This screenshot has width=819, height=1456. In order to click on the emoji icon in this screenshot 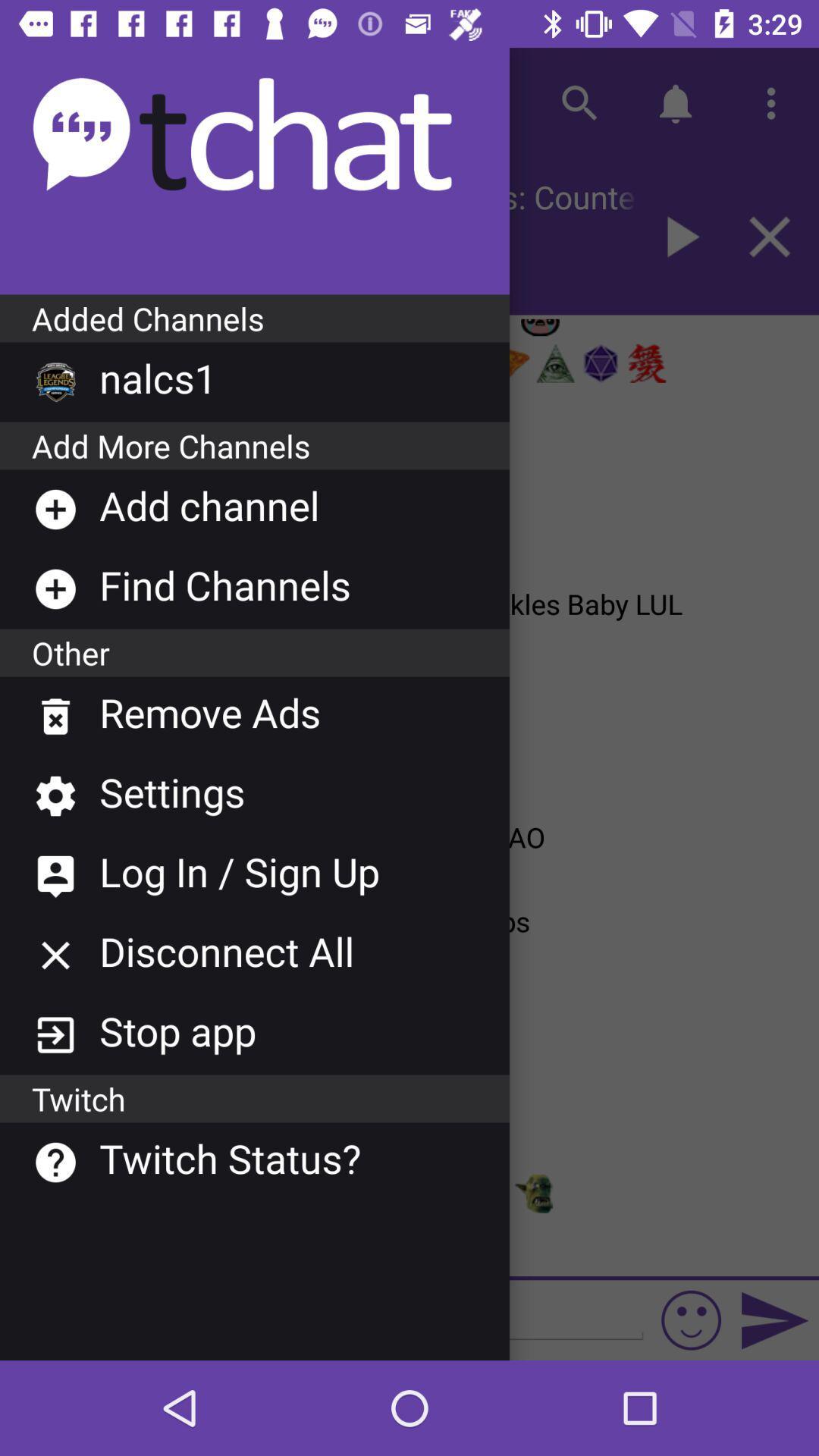, I will do `click(691, 1319)`.